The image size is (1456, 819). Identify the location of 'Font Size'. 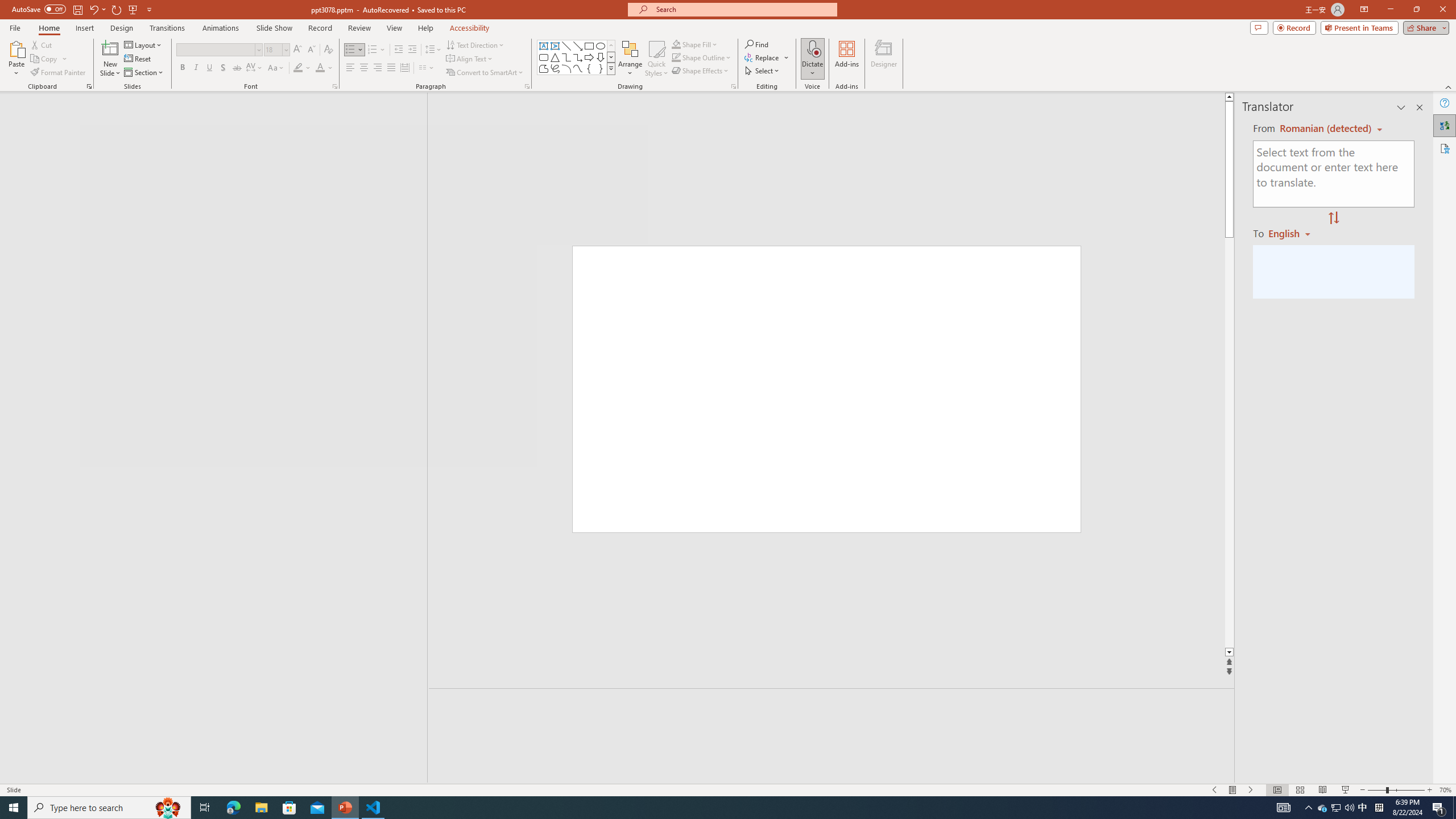
(276, 49).